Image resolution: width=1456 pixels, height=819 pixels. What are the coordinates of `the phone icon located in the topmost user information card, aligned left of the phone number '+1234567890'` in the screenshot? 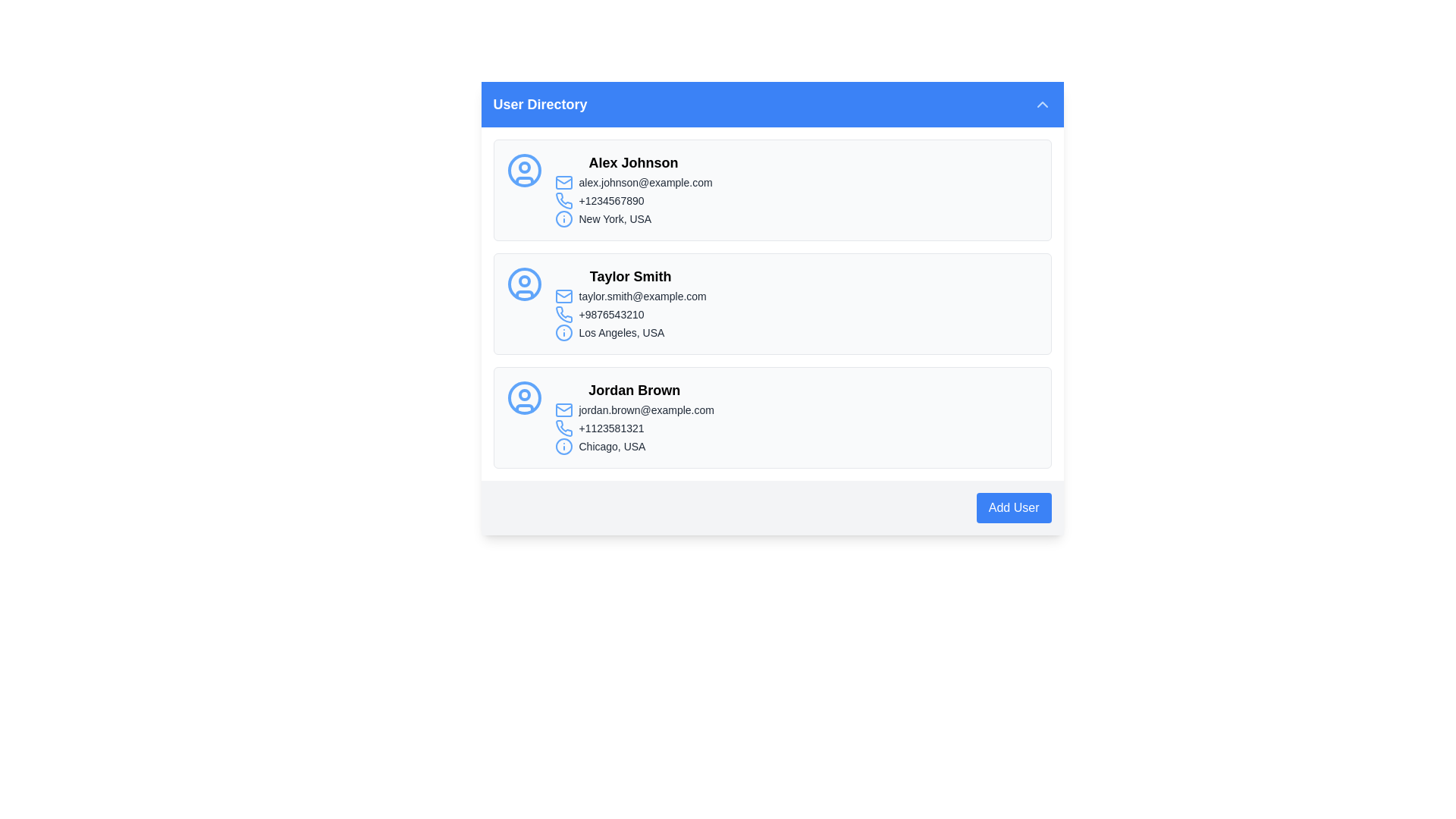 It's located at (563, 200).